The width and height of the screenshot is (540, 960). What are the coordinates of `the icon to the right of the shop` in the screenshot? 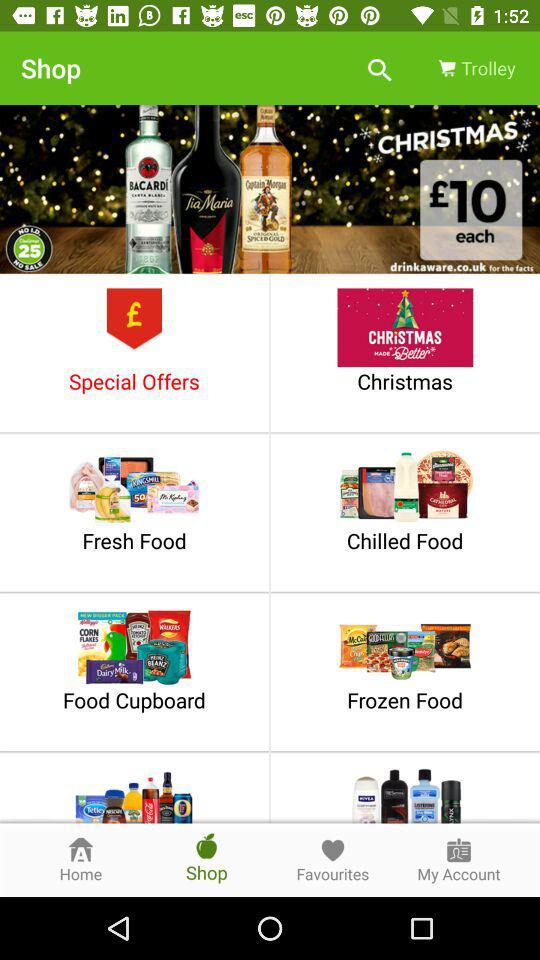 It's located at (379, 68).